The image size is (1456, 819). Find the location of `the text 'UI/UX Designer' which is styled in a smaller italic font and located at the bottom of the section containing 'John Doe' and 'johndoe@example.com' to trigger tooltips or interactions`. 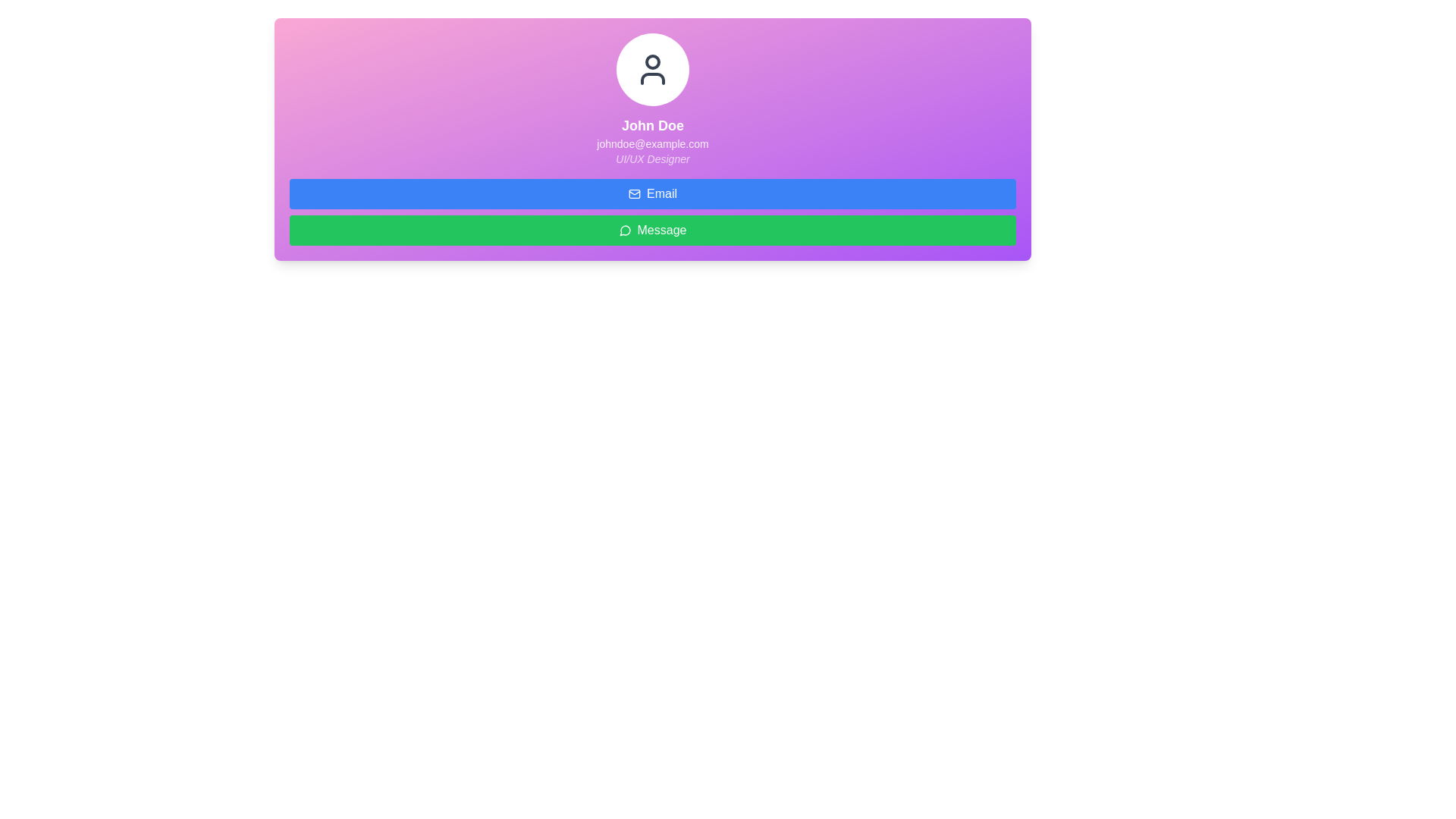

the text 'UI/UX Designer' which is styled in a smaller italic font and located at the bottom of the section containing 'John Doe' and 'johndoe@example.com' to trigger tooltips or interactions is located at coordinates (652, 158).